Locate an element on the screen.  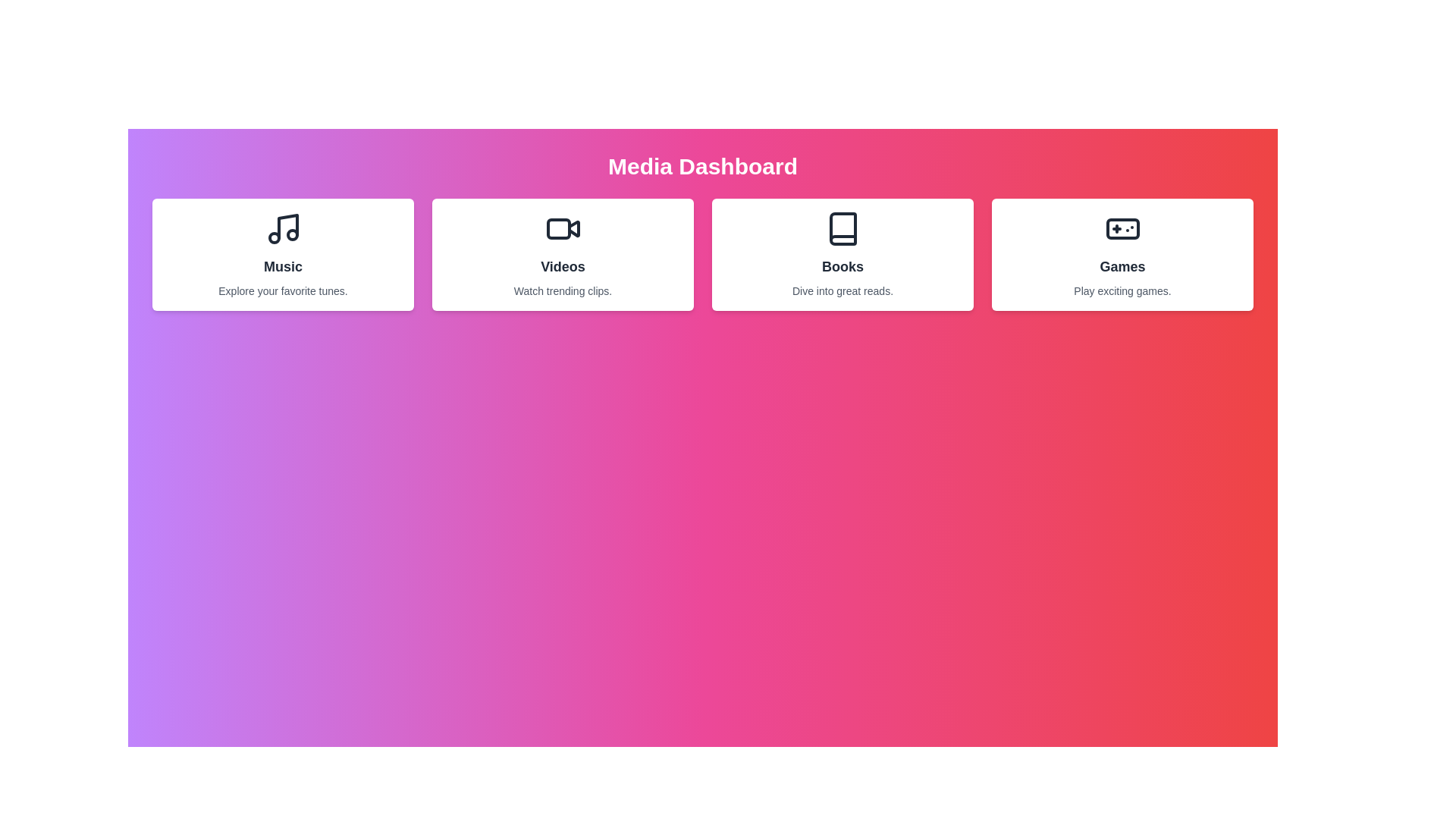
the description text element located below the 'Games' text in the rightmost card of a four-column layout, centered vertically is located at coordinates (1122, 291).